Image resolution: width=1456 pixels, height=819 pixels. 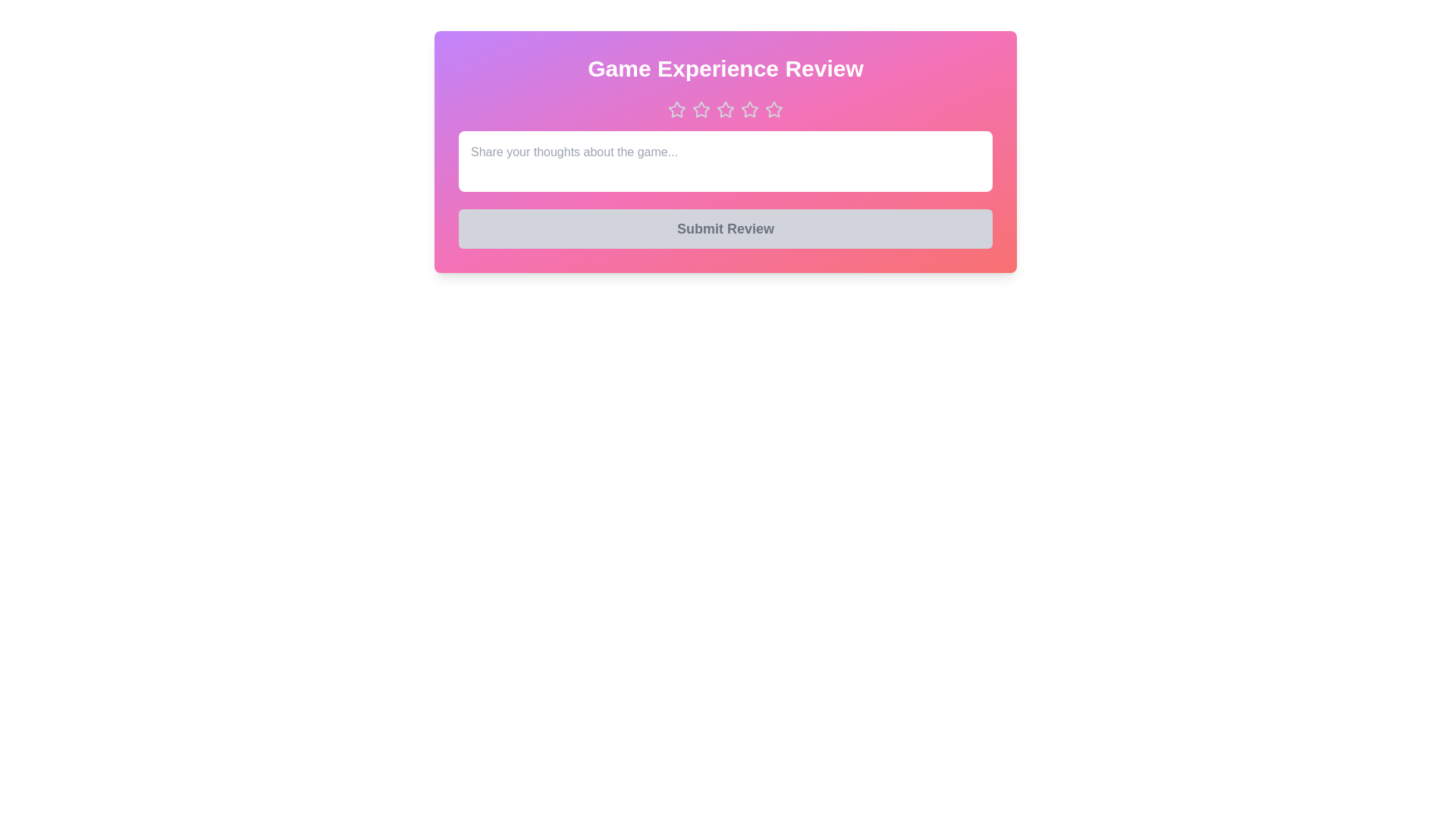 What do you see at coordinates (701, 109) in the screenshot?
I see `the star corresponding to the desired rating 2` at bounding box center [701, 109].